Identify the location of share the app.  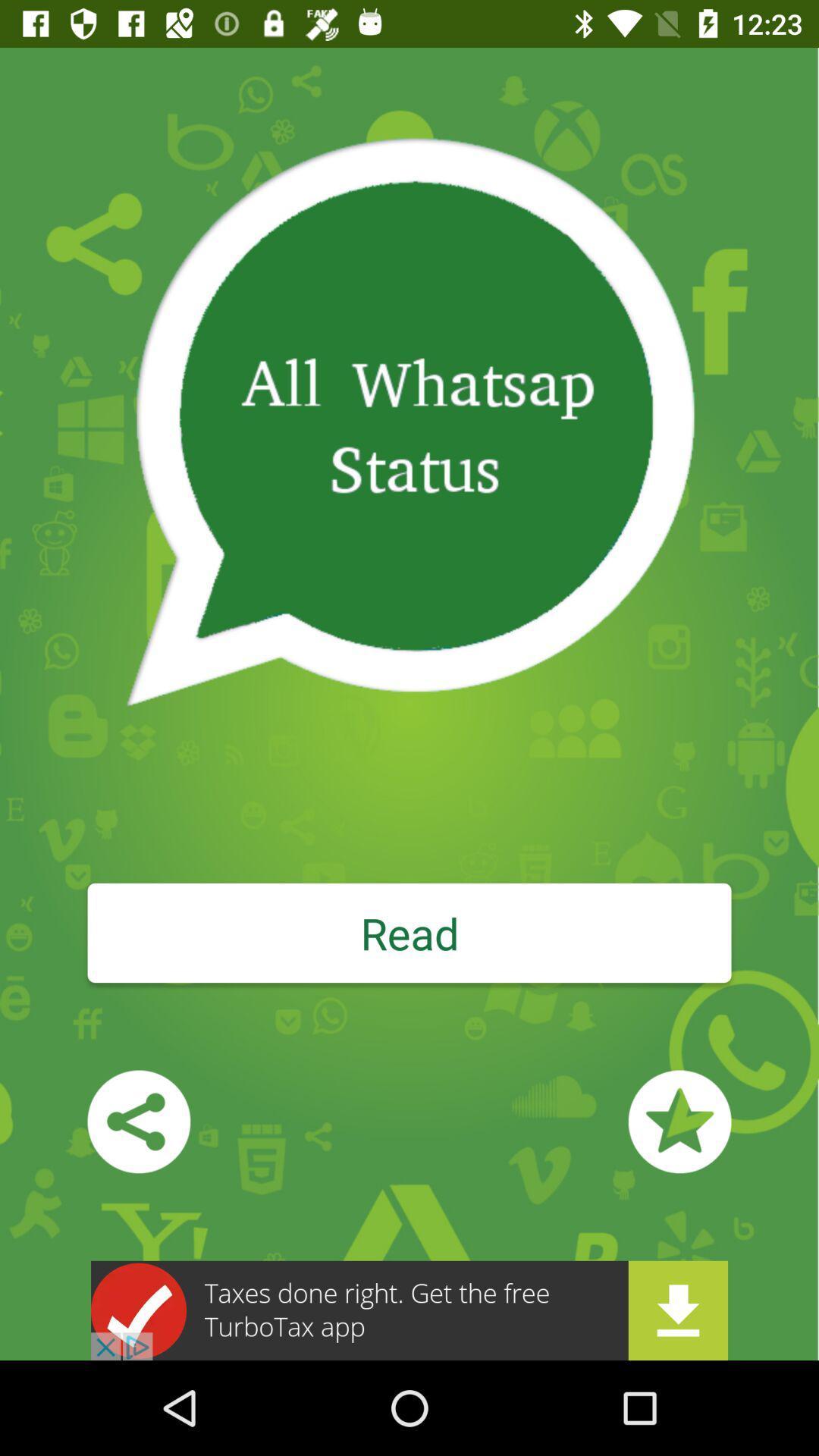
(139, 1122).